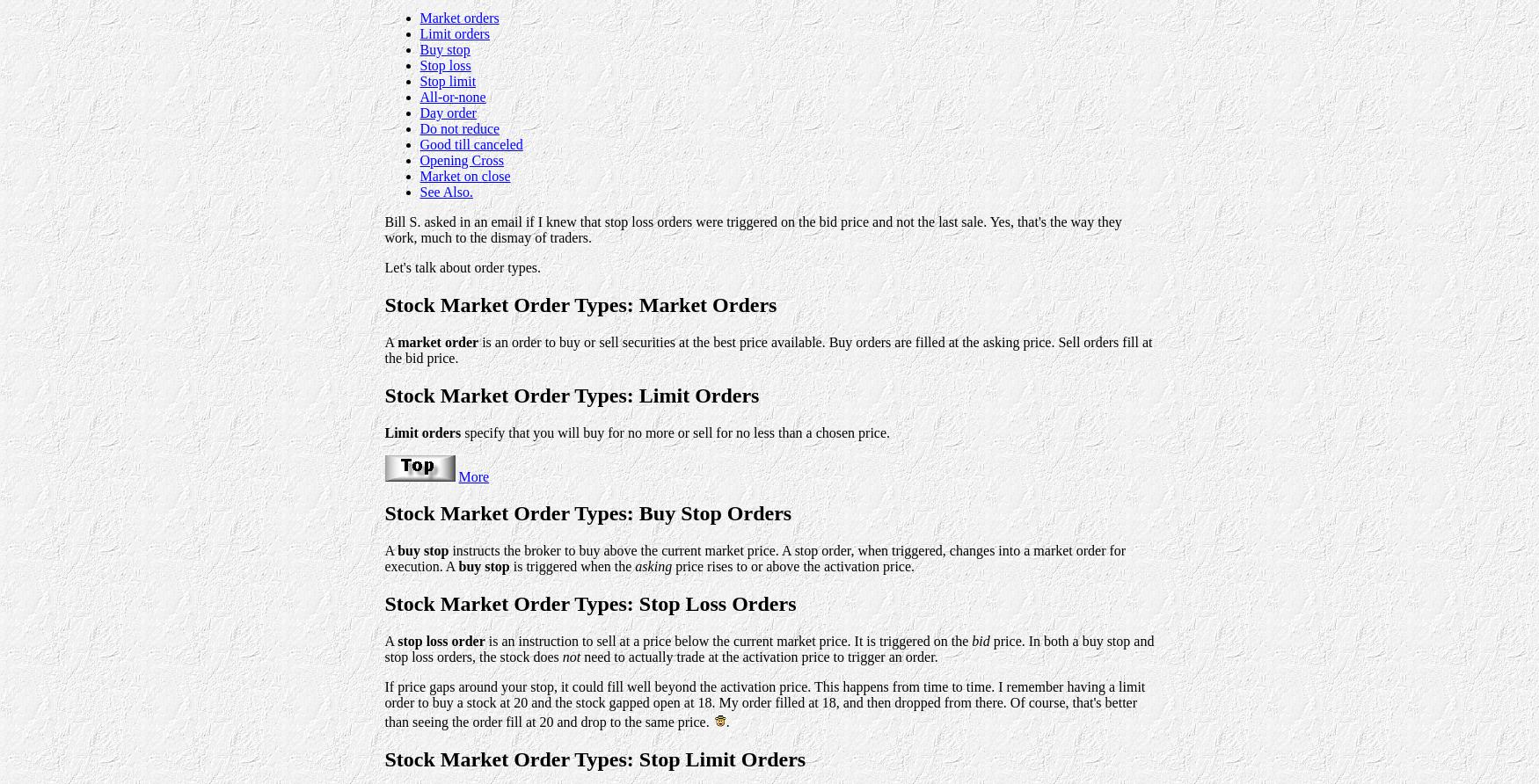 This screenshot has height=784, width=1539. Describe the element at coordinates (594, 758) in the screenshot. I see `'Stock Market Order Types: Stop Limit Orders'` at that location.